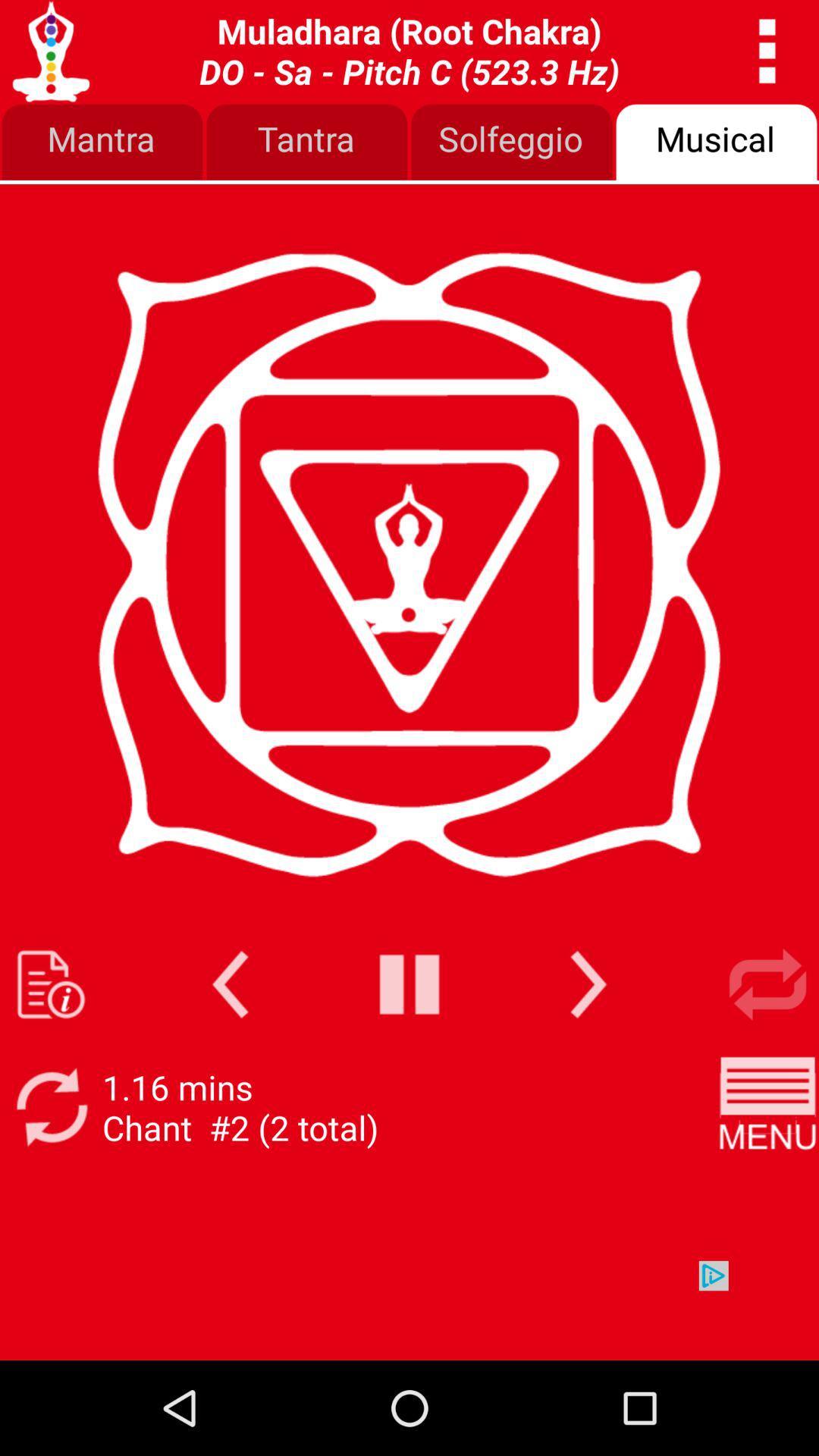  I want to click on the icon next to musical item, so click(512, 143).